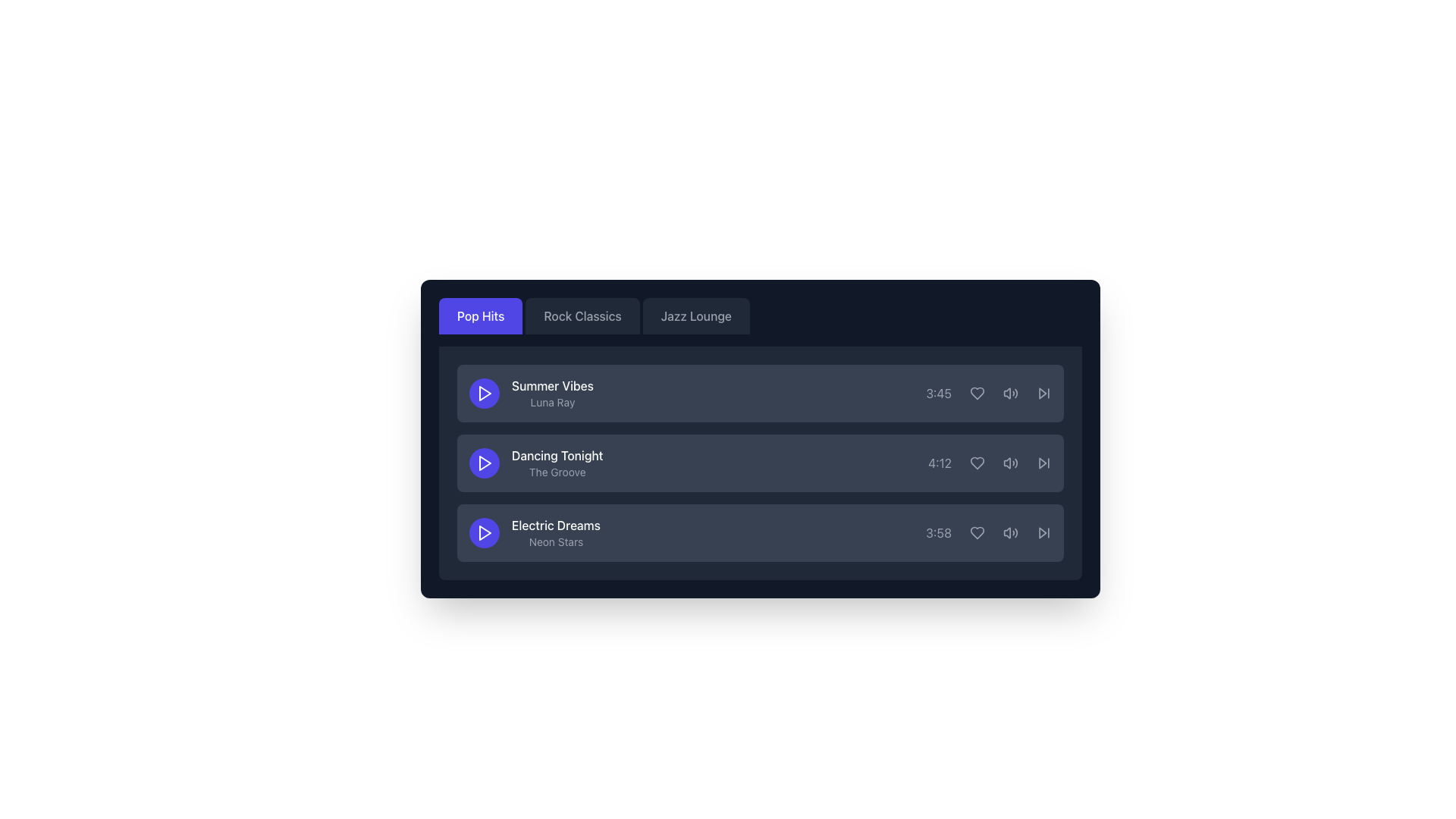 The width and height of the screenshot is (1456, 819). What do you see at coordinates (555, 541) in the screenshot?
I see `the text label displaying 'Neon Stars' in light gray color, located below 'Electric Dreams' in the playlist interface` at bounding box center [555, 541].